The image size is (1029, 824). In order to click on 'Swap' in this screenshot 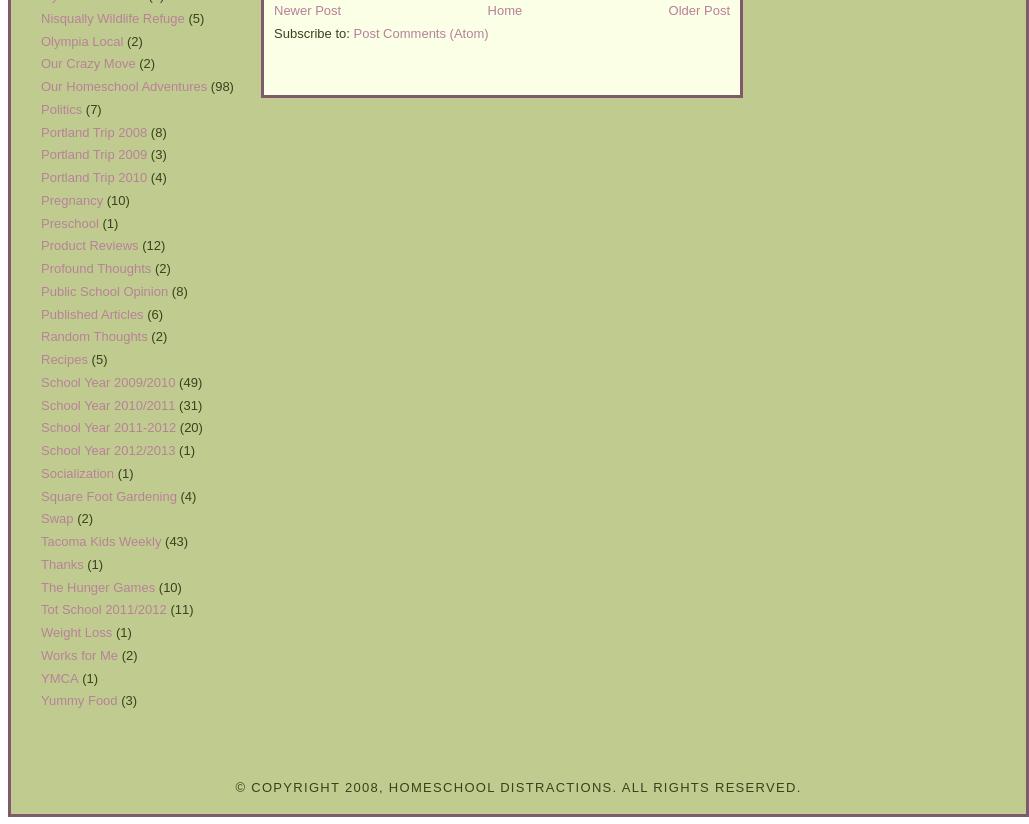, I will do `click(57, 518)`.